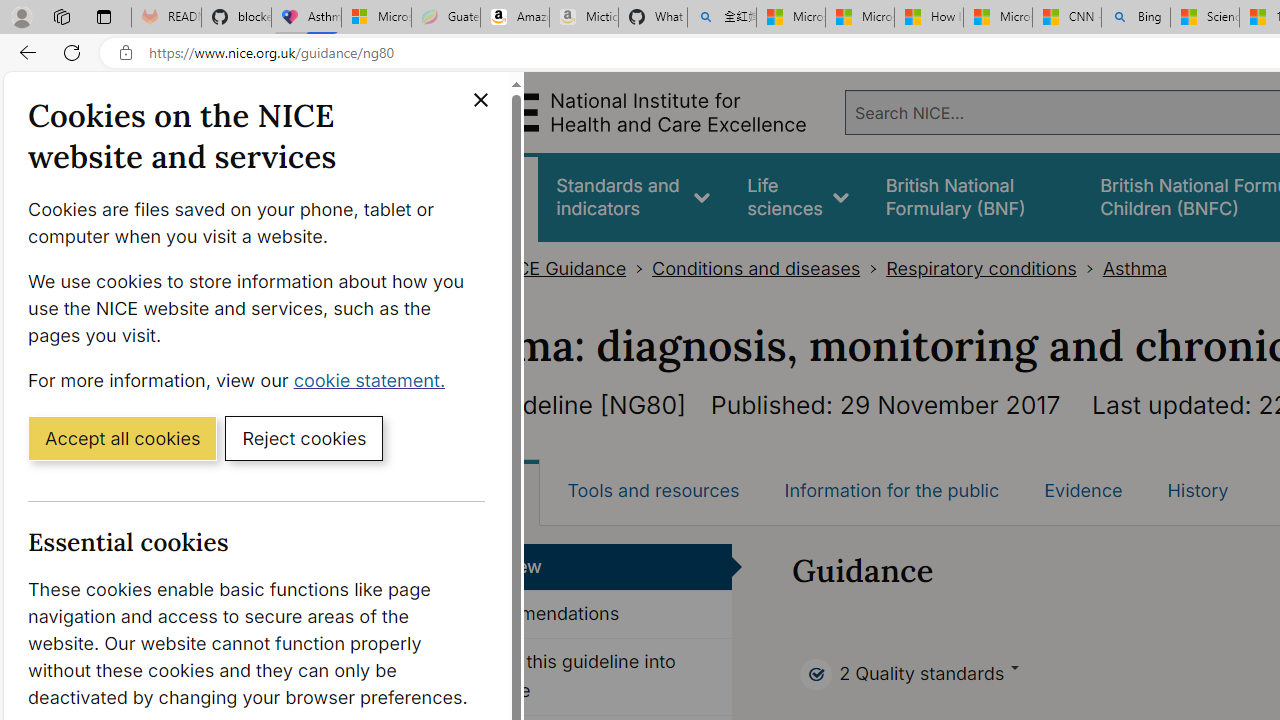  I want to click on 'cookie statement. (Opens in a new window)', so click(373, 379).